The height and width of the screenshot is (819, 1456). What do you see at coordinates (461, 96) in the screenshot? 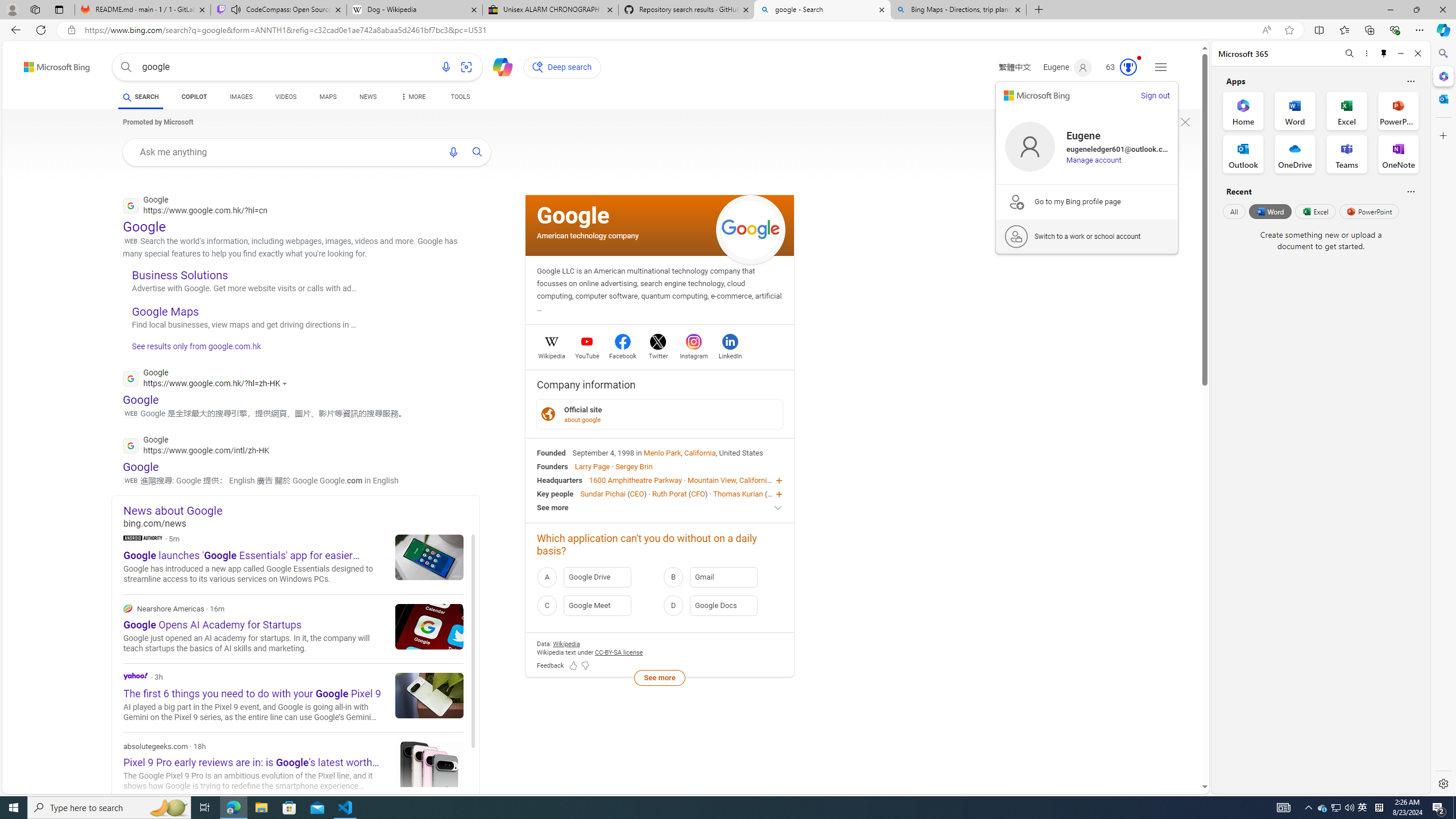
I see `'TOOLS'` at bounding box center [461, 96].